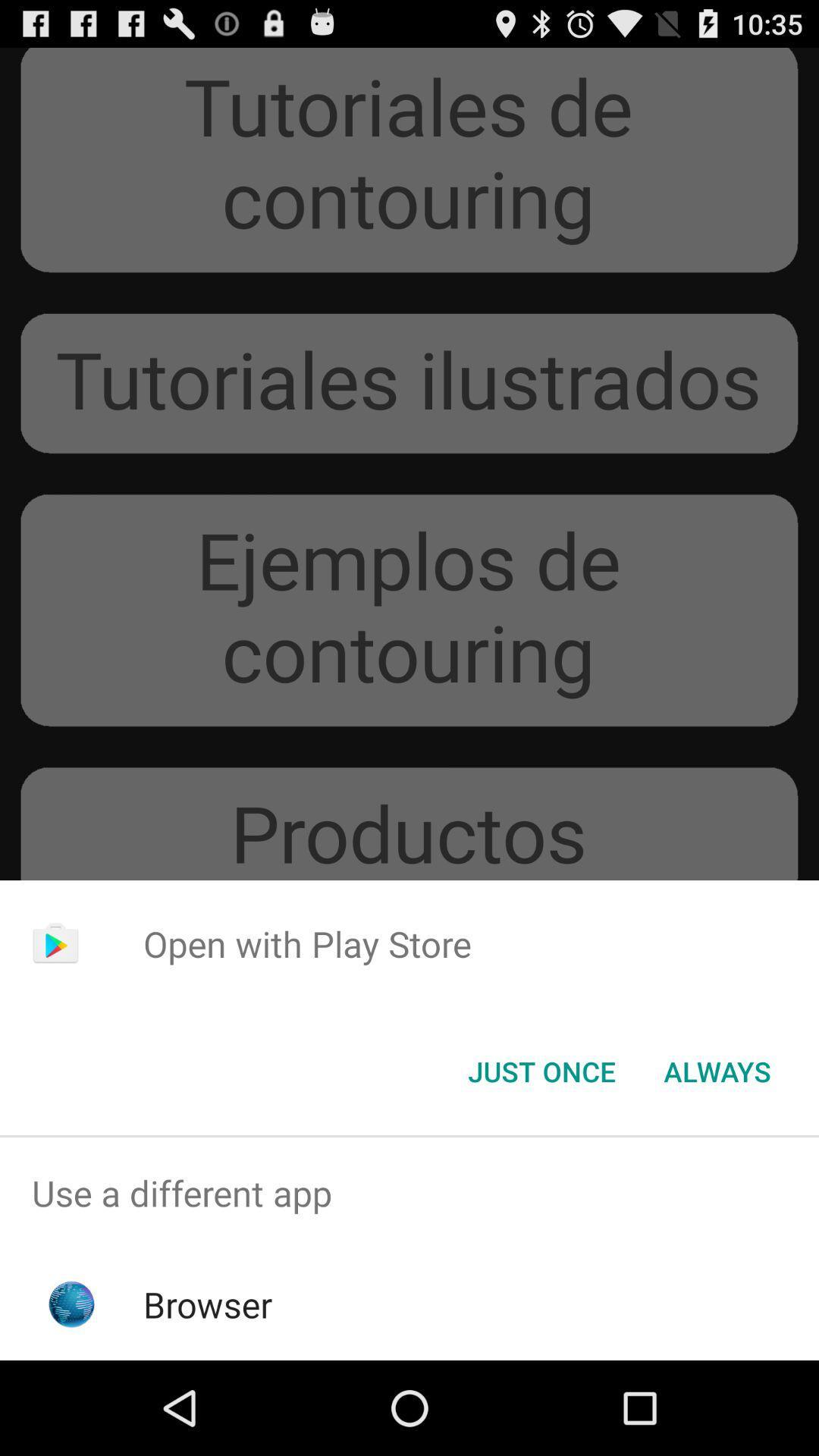 The width and height of the screenshot is (819, 1456). I want to click on the use a different, so click(409, 1192).